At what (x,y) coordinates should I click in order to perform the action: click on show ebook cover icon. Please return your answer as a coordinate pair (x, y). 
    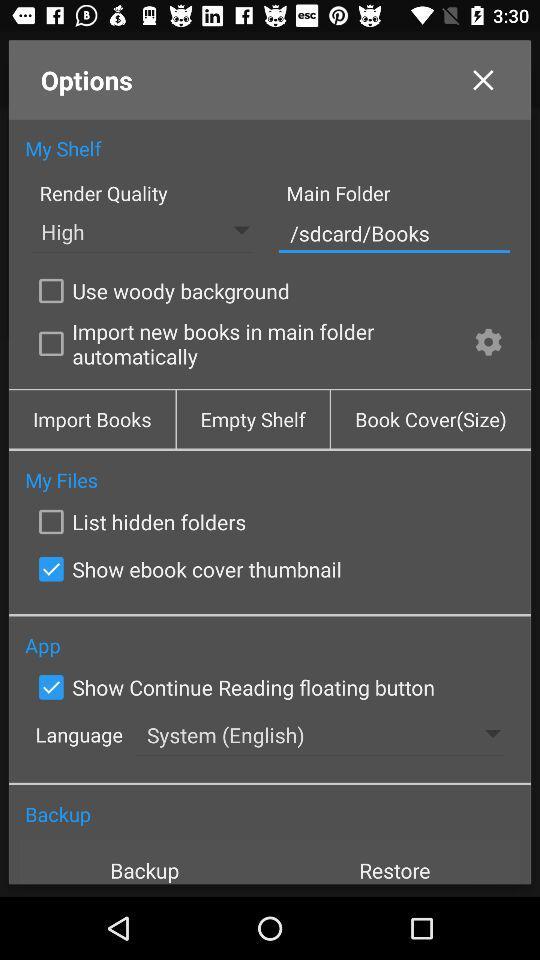
    Looking at the image, I should click on (186, 569).